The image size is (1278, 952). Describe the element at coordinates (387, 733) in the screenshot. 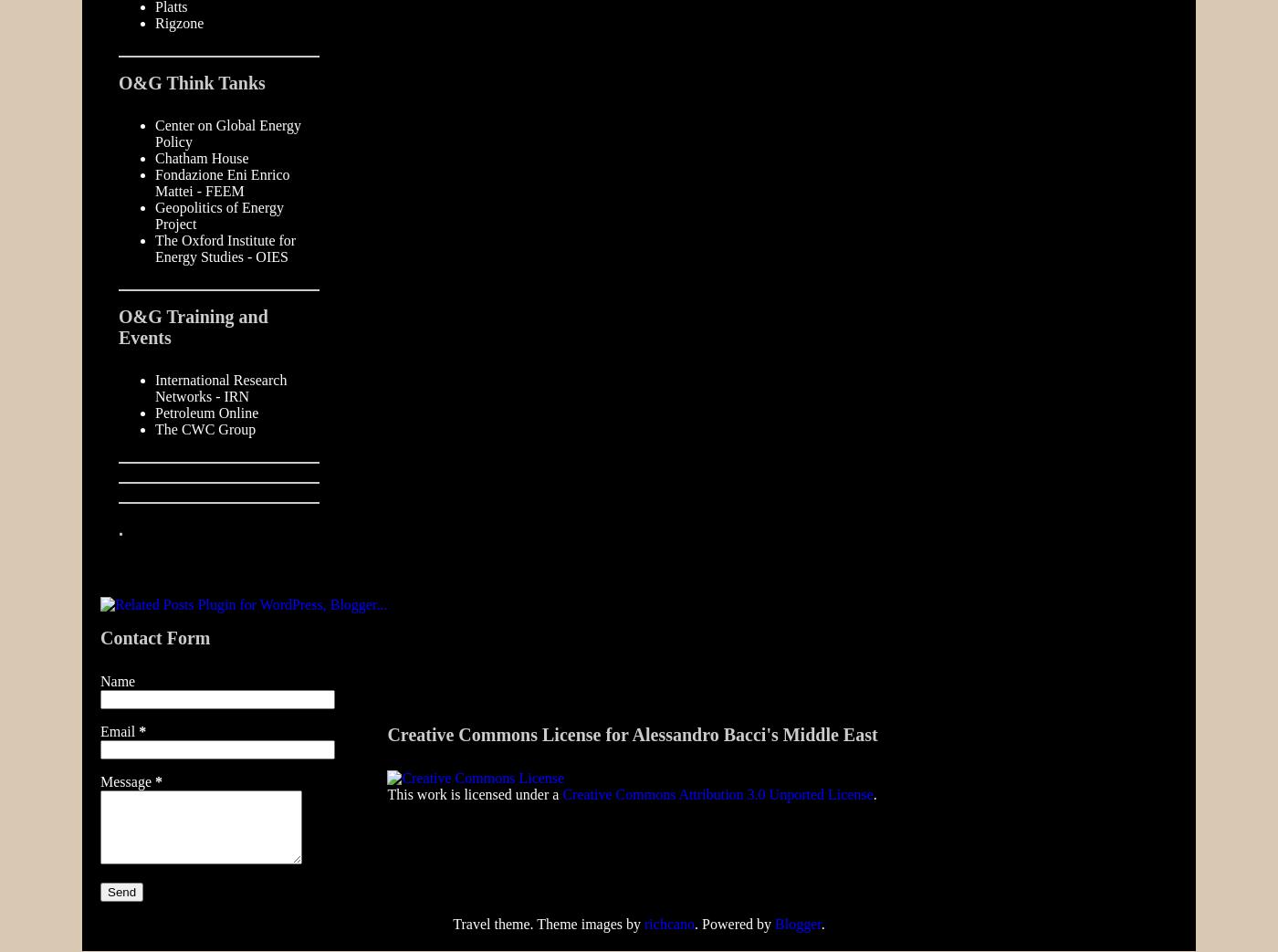

I see `'Creative Commons License for Alessandro Bacci's Middle East'` at that location.